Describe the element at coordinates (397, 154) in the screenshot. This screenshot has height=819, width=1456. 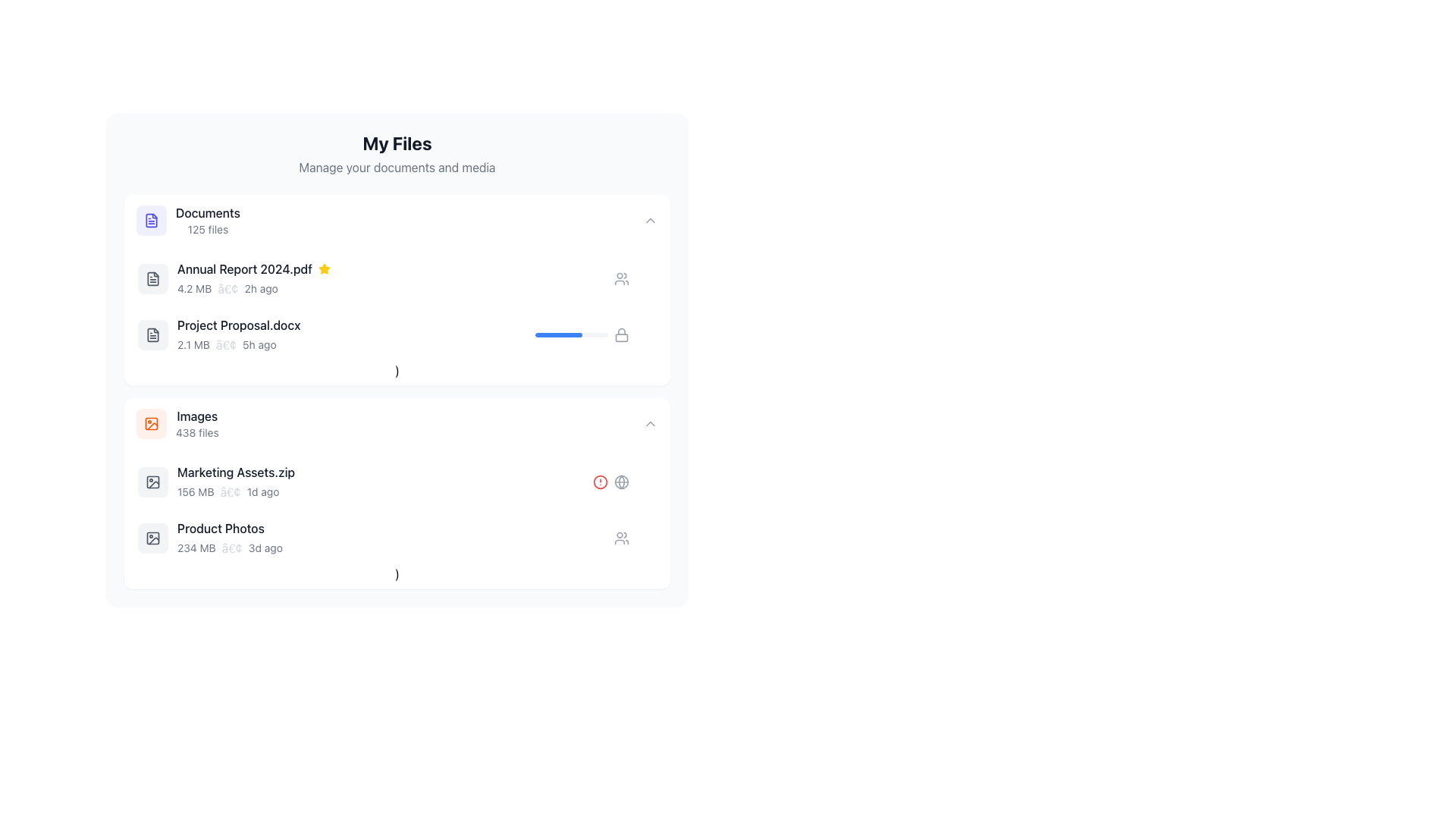
I see `header text 'My Files' and its subtext 'Manage your documents and media' to understand the purpose of this section, which is the first visible element in the content area` at that location.